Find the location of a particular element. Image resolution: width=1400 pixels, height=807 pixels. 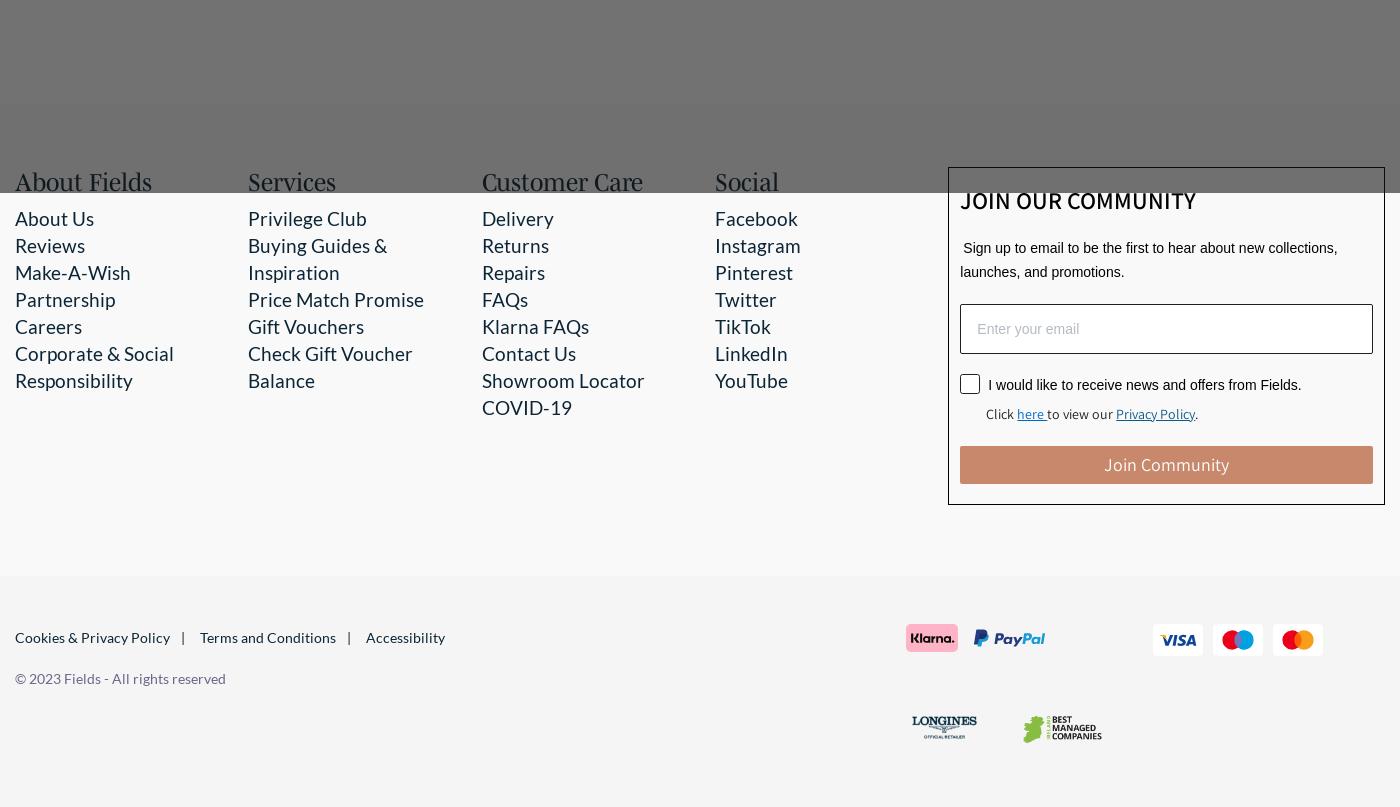

'Contact Us' is located at coordinates (527, 352).